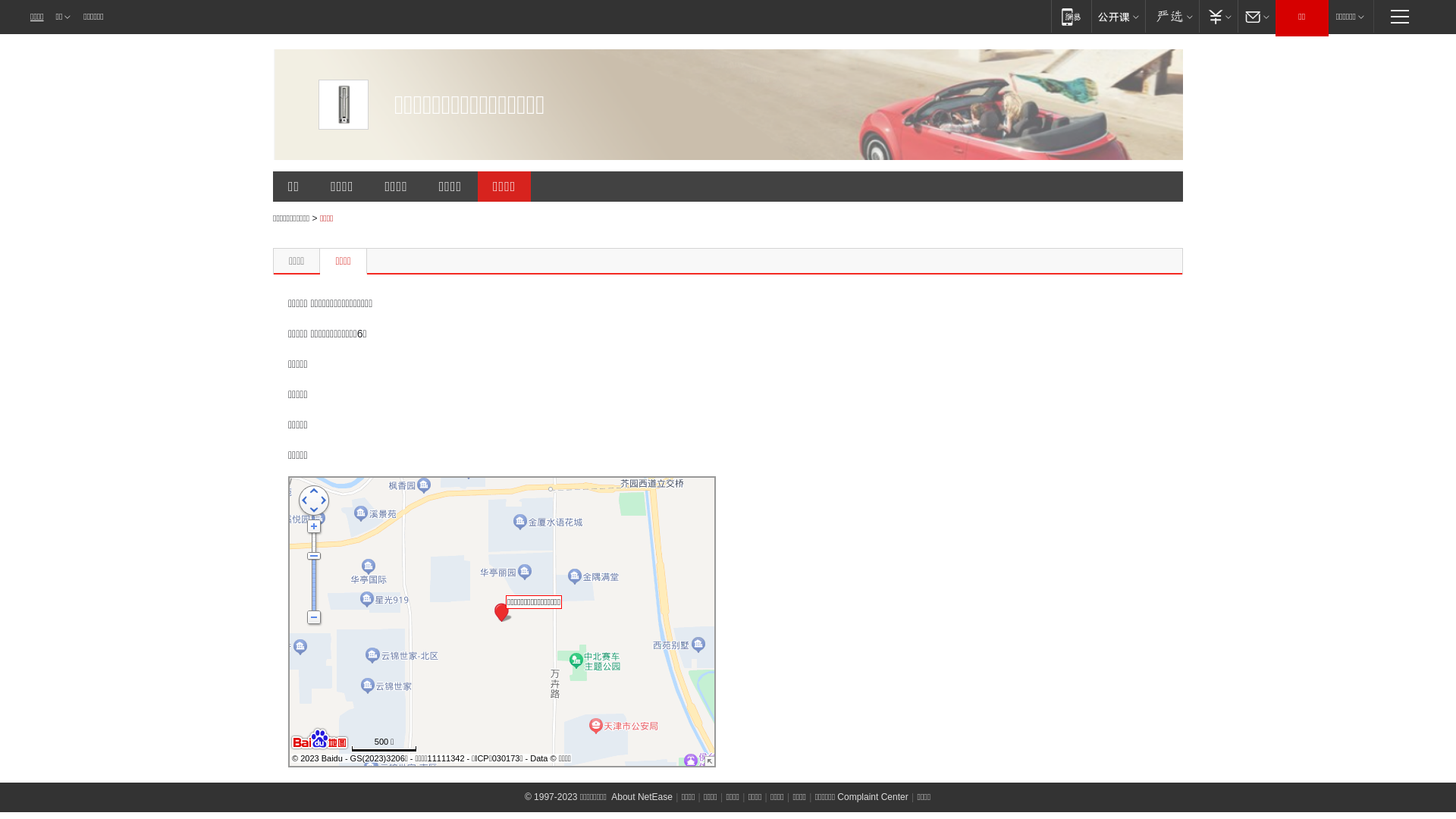 The image size is (1456, 819). I want to click on 'About NetEase', so click(642, 795).